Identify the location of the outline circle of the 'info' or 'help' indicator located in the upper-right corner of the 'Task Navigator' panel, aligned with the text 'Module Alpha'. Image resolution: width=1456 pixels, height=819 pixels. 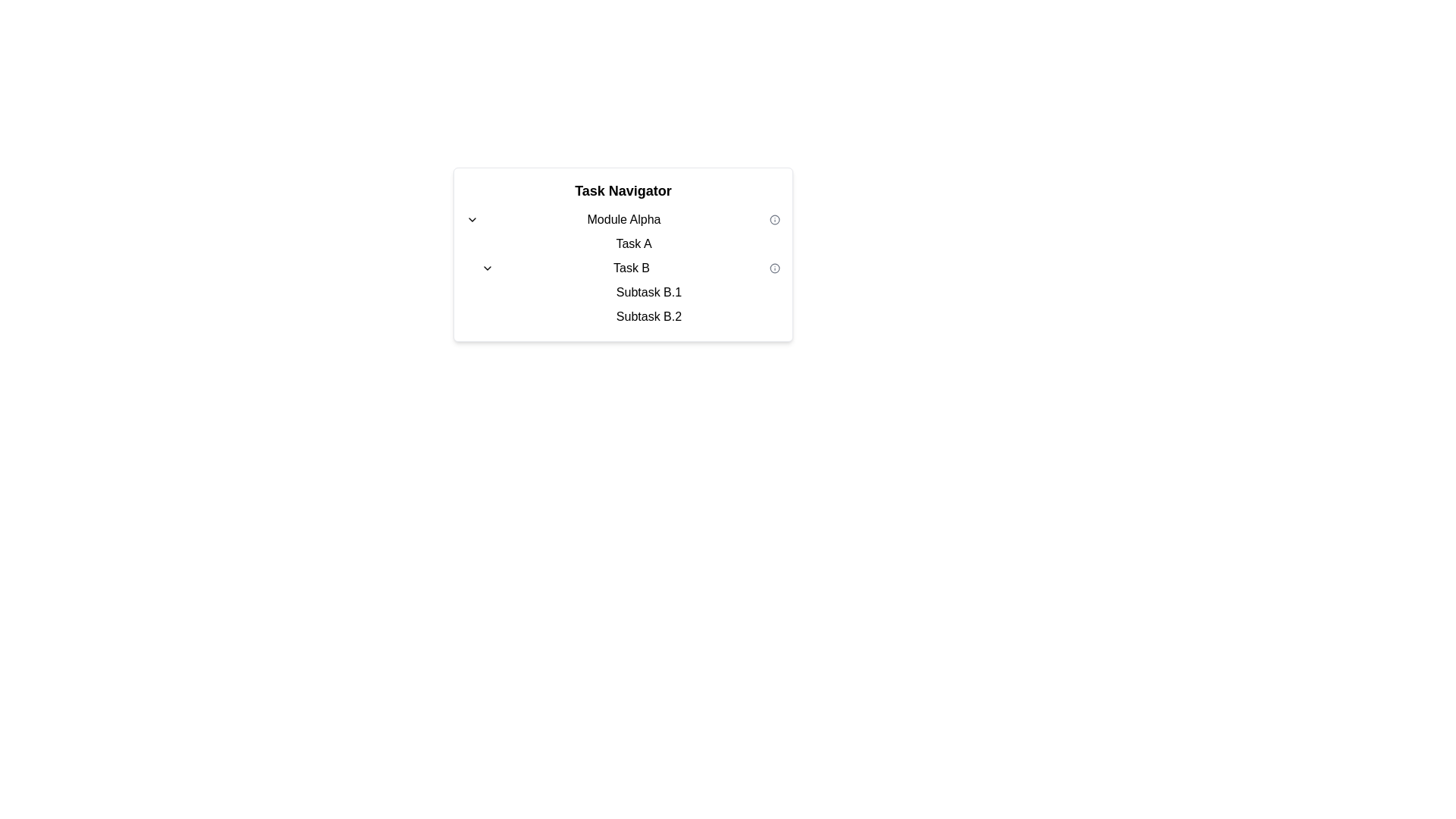
(775, 219).